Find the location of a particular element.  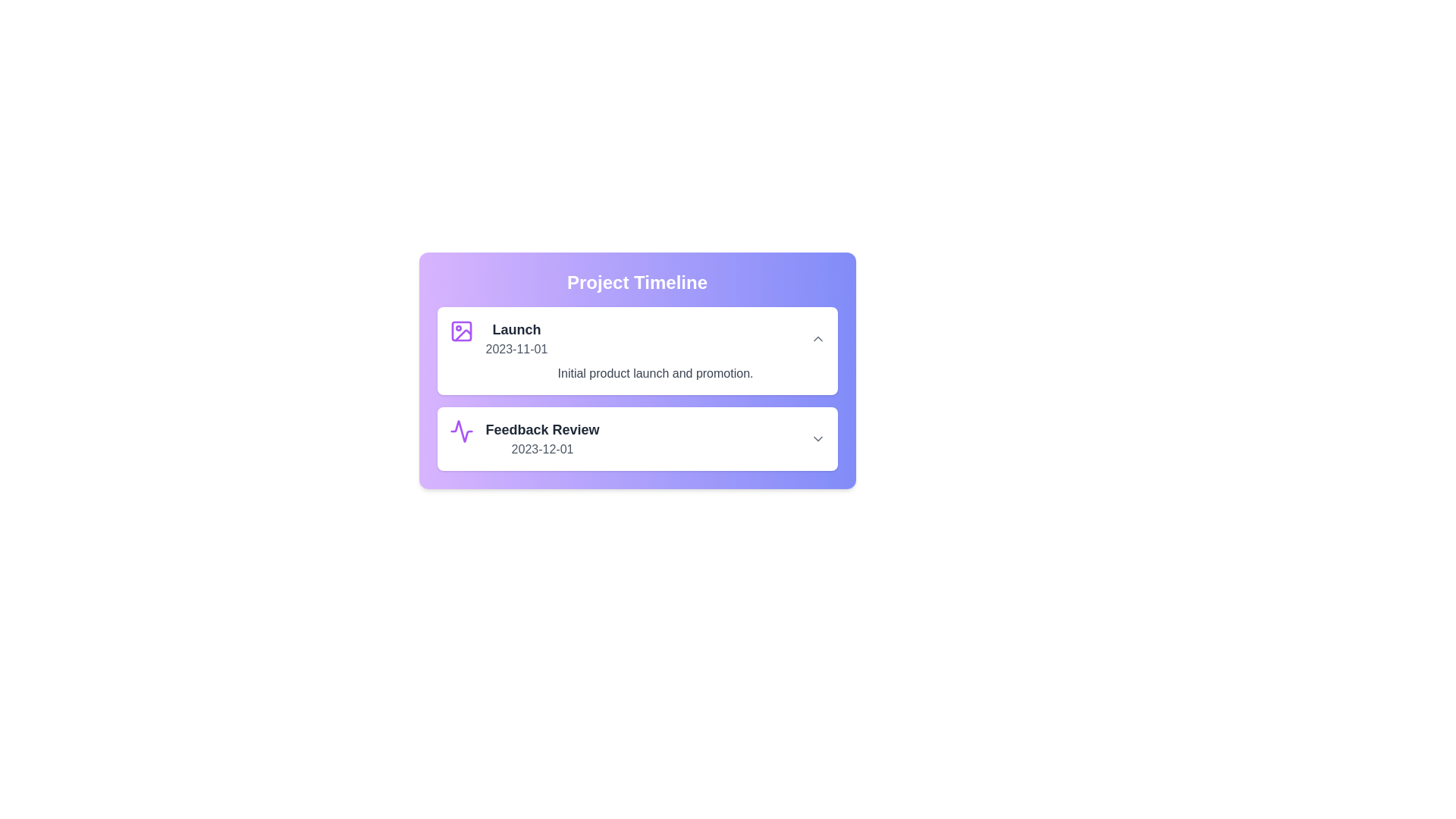

the timeline event display for 'Feedback Review' dated '2023-12-01', which is the second entry in the timeline is located at coordinates (542, 438).